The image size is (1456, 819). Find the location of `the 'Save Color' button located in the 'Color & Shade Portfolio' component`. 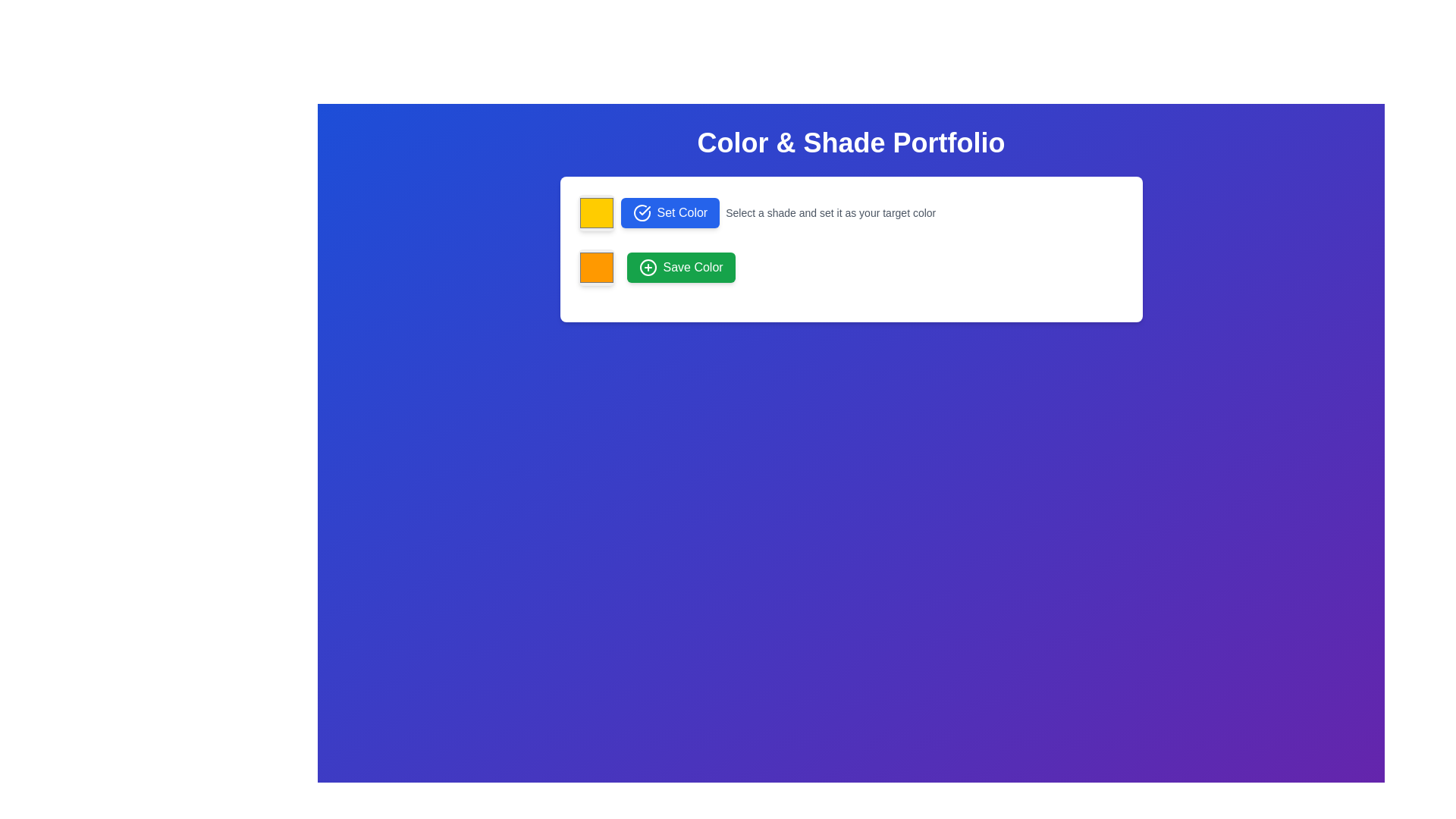

the 'Save Color' button located in the 'Color & Shade Portfolio' component is located at coordinates (679, 267).